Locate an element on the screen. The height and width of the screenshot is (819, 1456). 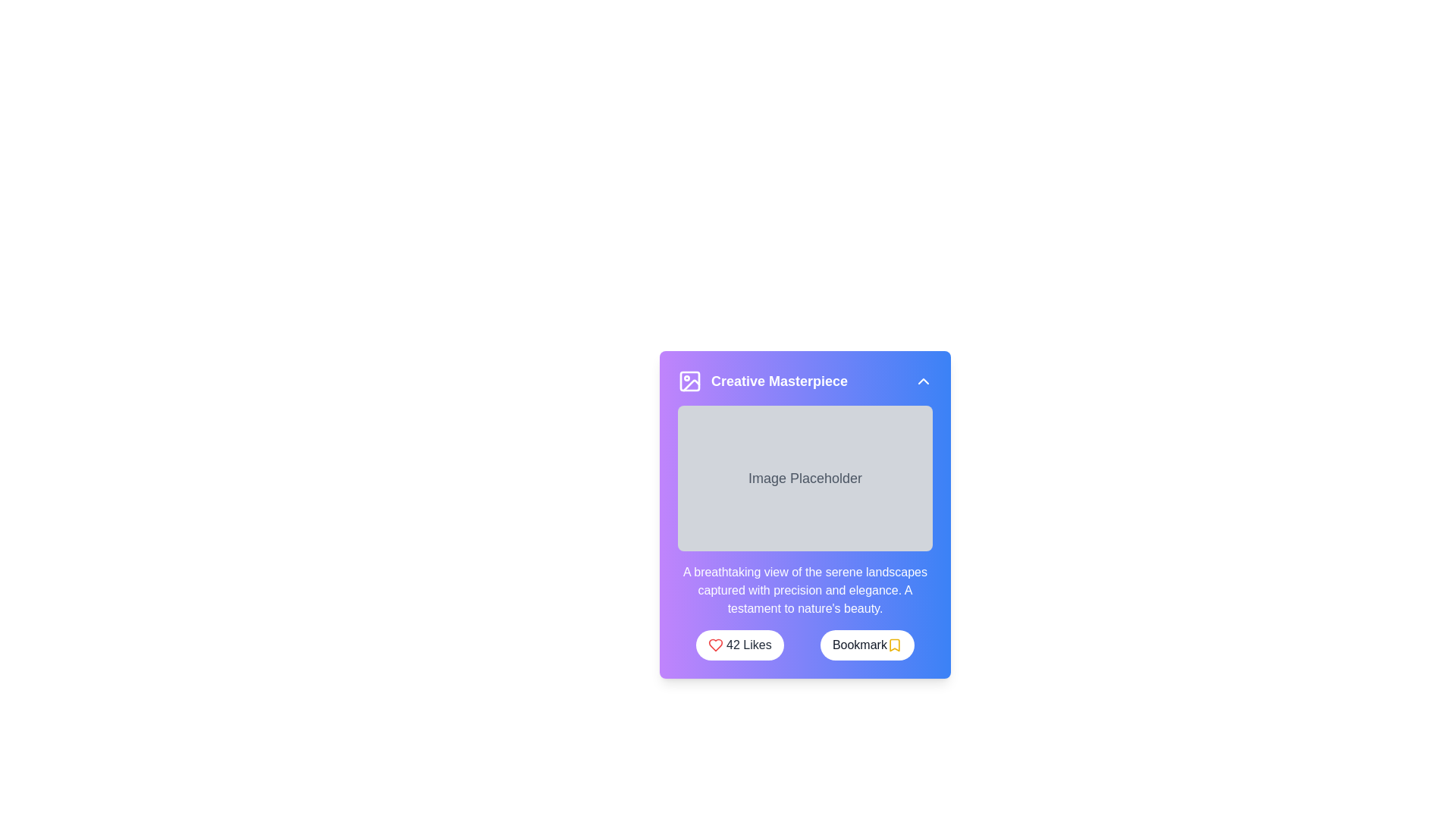
the image placeholder located in the 'Creative Masterpiece' section, which is positioned above the descriptive text and buttons labeled '42 Likes' and 'Bookmark.' is located at coordinates (804, 479).